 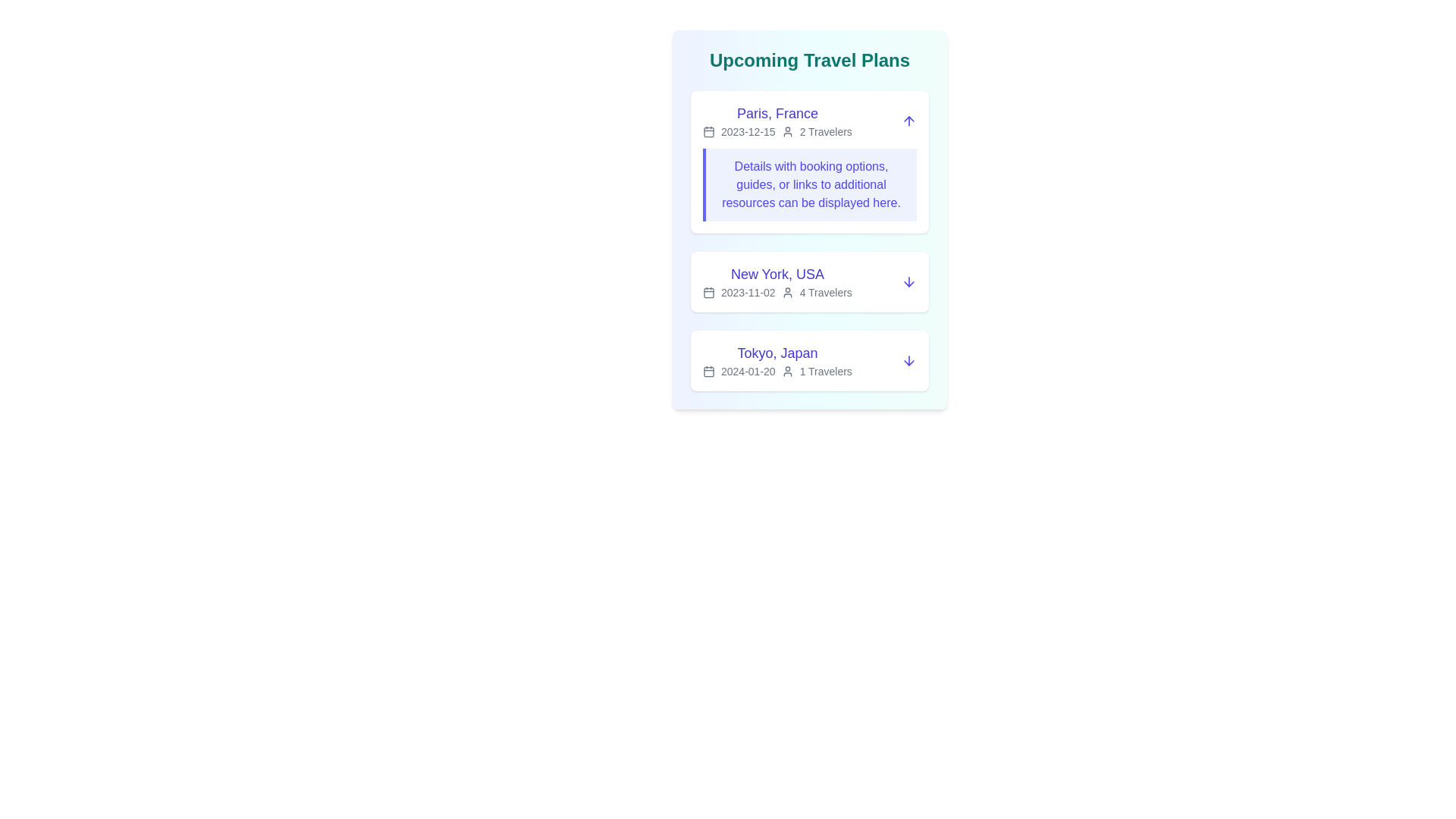 What do you see at coordinates (708, 371) in the screenshot?
I see `the icon associated with Tokyo, Japan to examine it` at bounding box center [708, 371].